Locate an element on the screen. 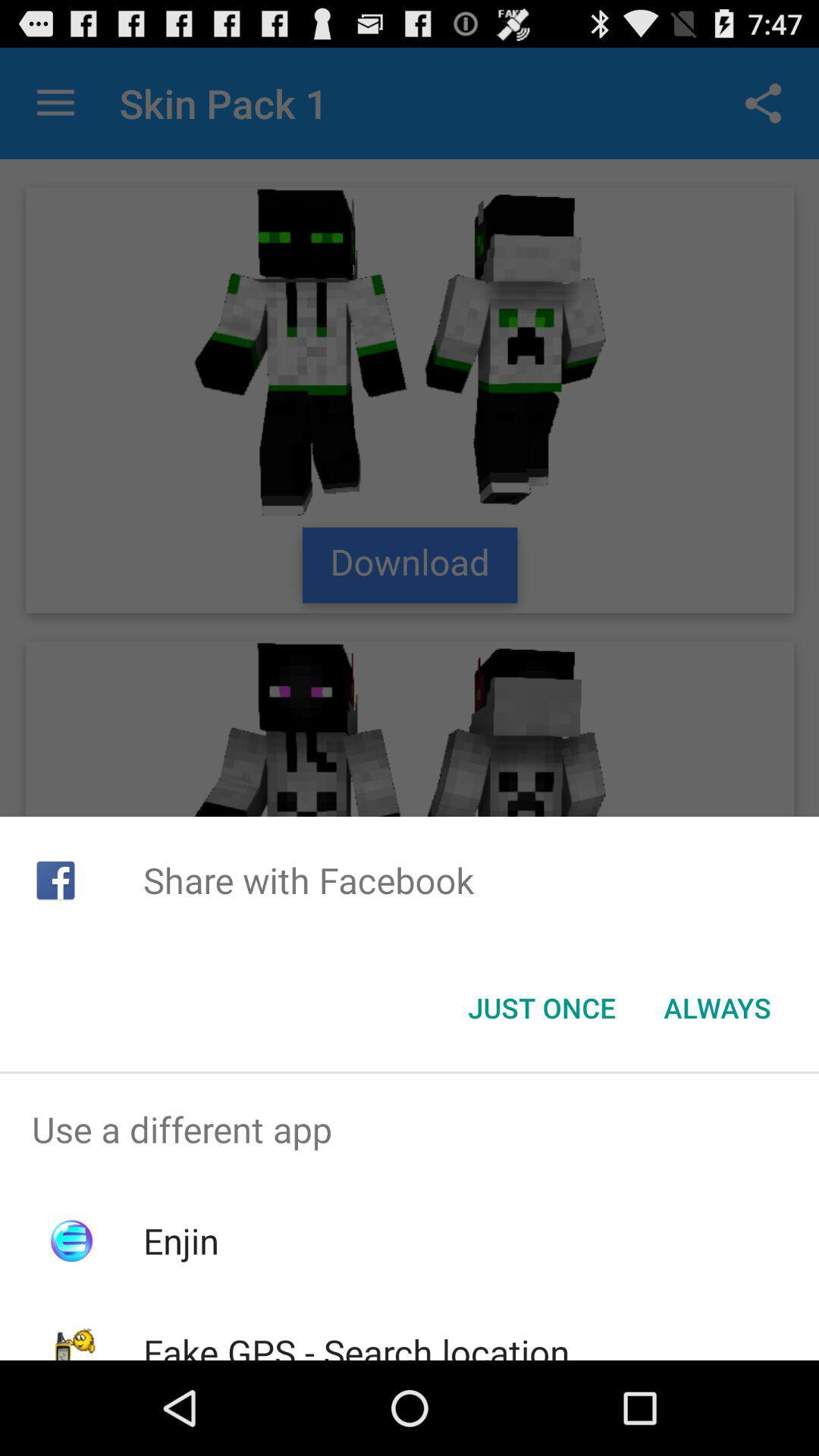 This screenshot has width=819, height=1456. item above enjin icon is located at coordinates (409, 1129).